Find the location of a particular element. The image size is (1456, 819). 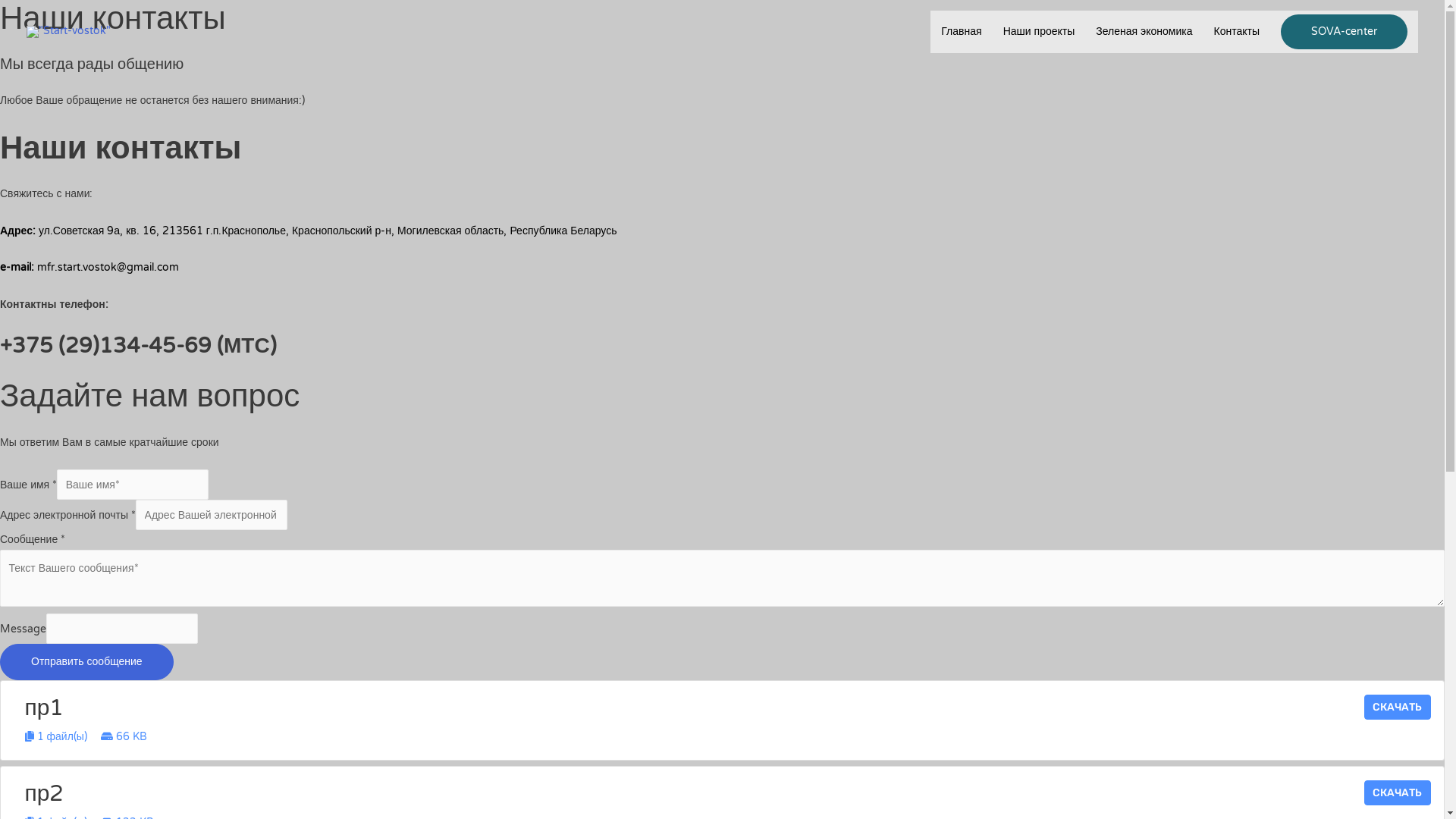

'SOVA-center' is located at coordinates (1344, 32).